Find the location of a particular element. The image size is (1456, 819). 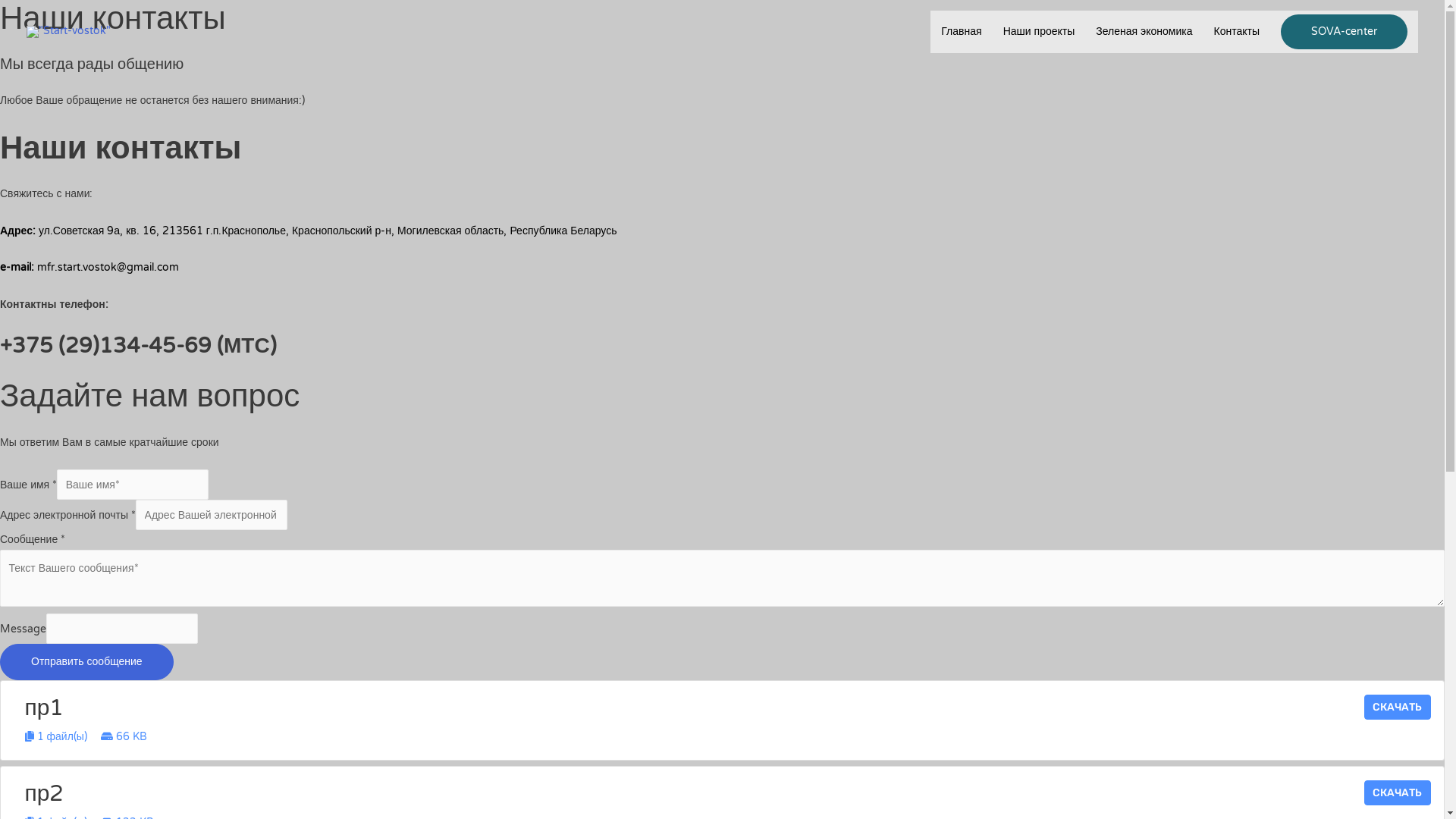

'SOVA-center' is located at coordinates (1344, 32).